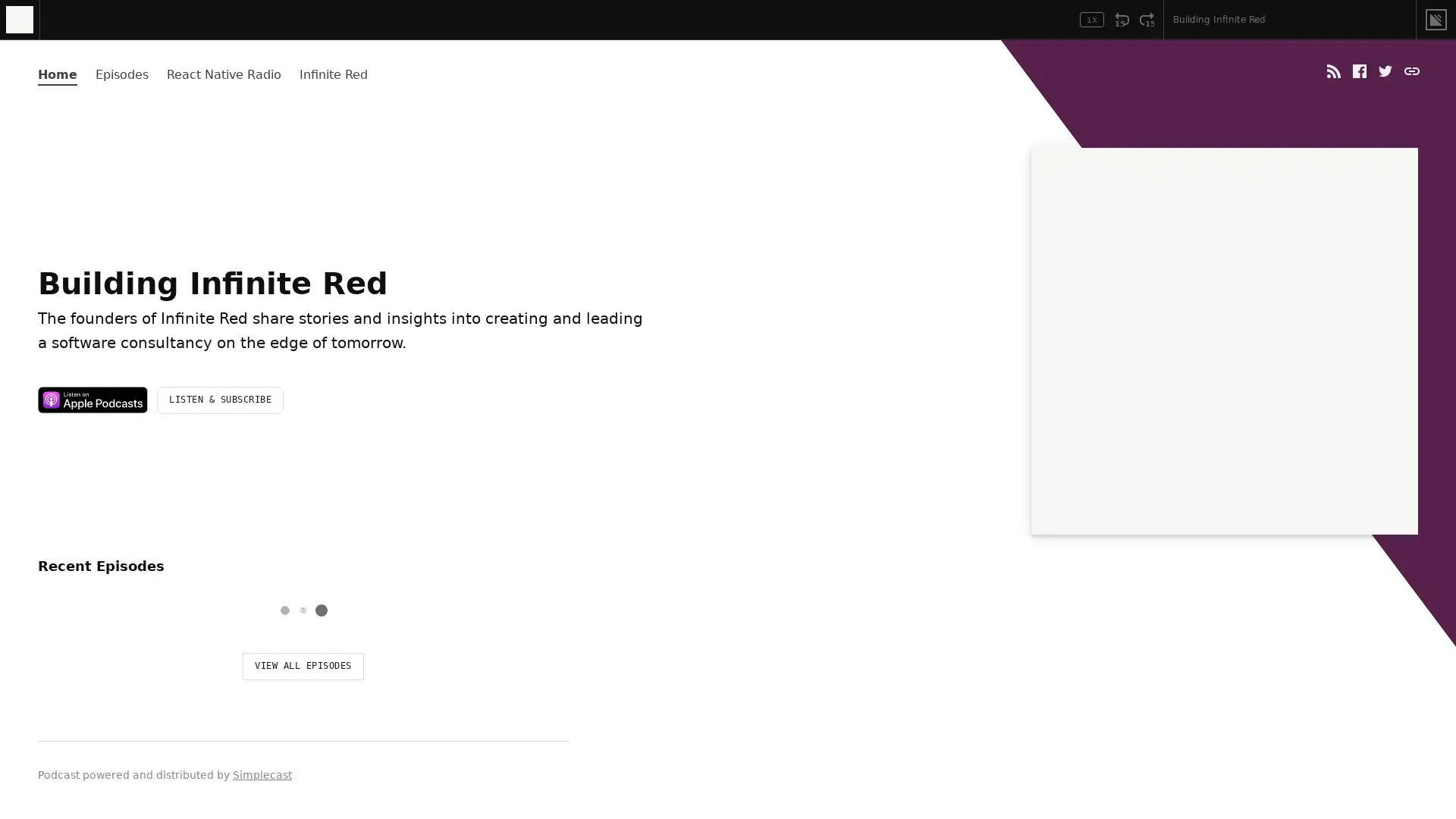 The image size is (1456, 819). I want to click on Fast Forward 15 Seconds, so click(1147, 20).